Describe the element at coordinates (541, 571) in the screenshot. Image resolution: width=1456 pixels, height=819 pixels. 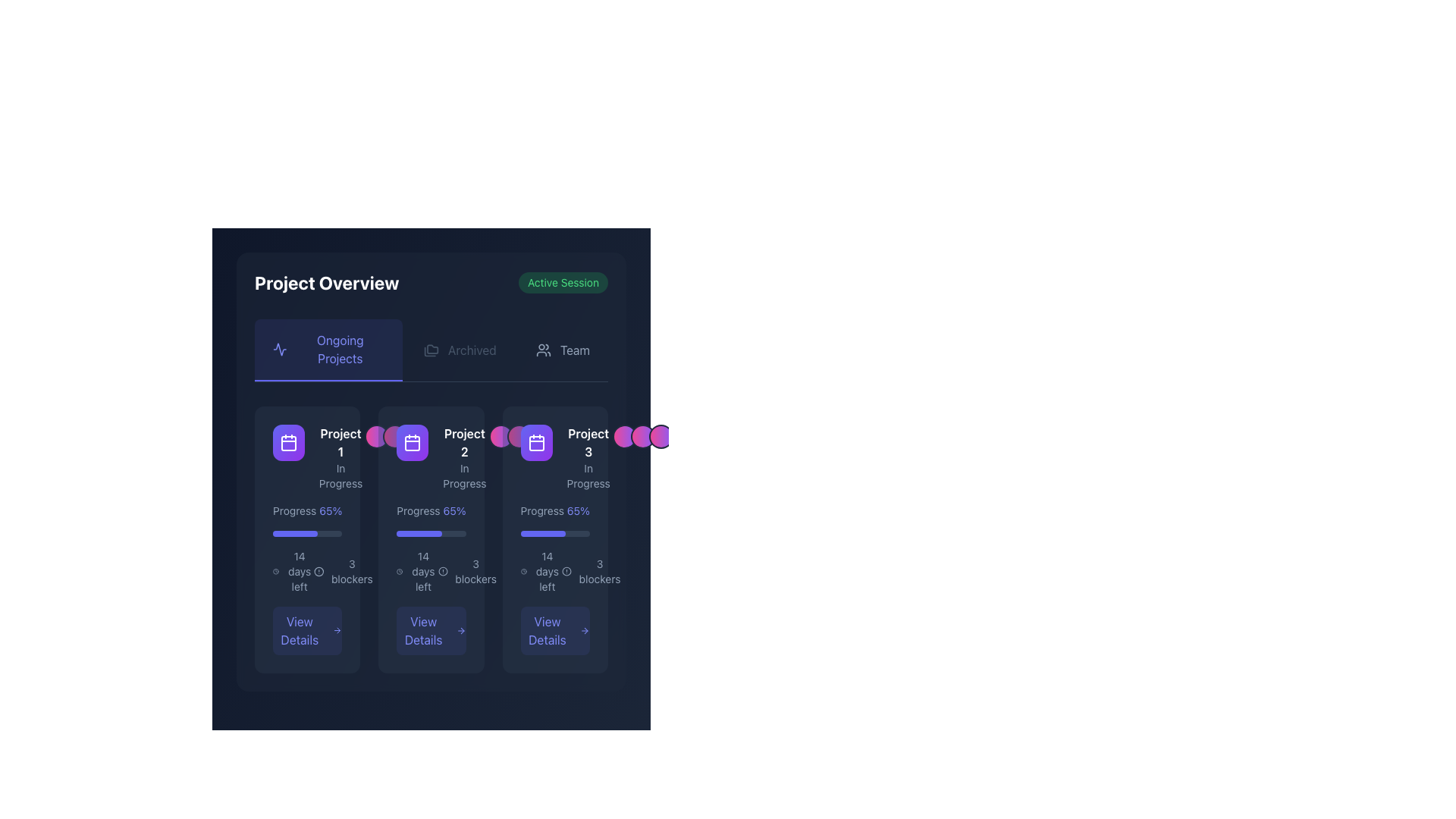
I see `the Text with icon label that displays the remaining time (14 days) for the Project 3 task in the Ongoing Projects section of the dashboard` at that location.